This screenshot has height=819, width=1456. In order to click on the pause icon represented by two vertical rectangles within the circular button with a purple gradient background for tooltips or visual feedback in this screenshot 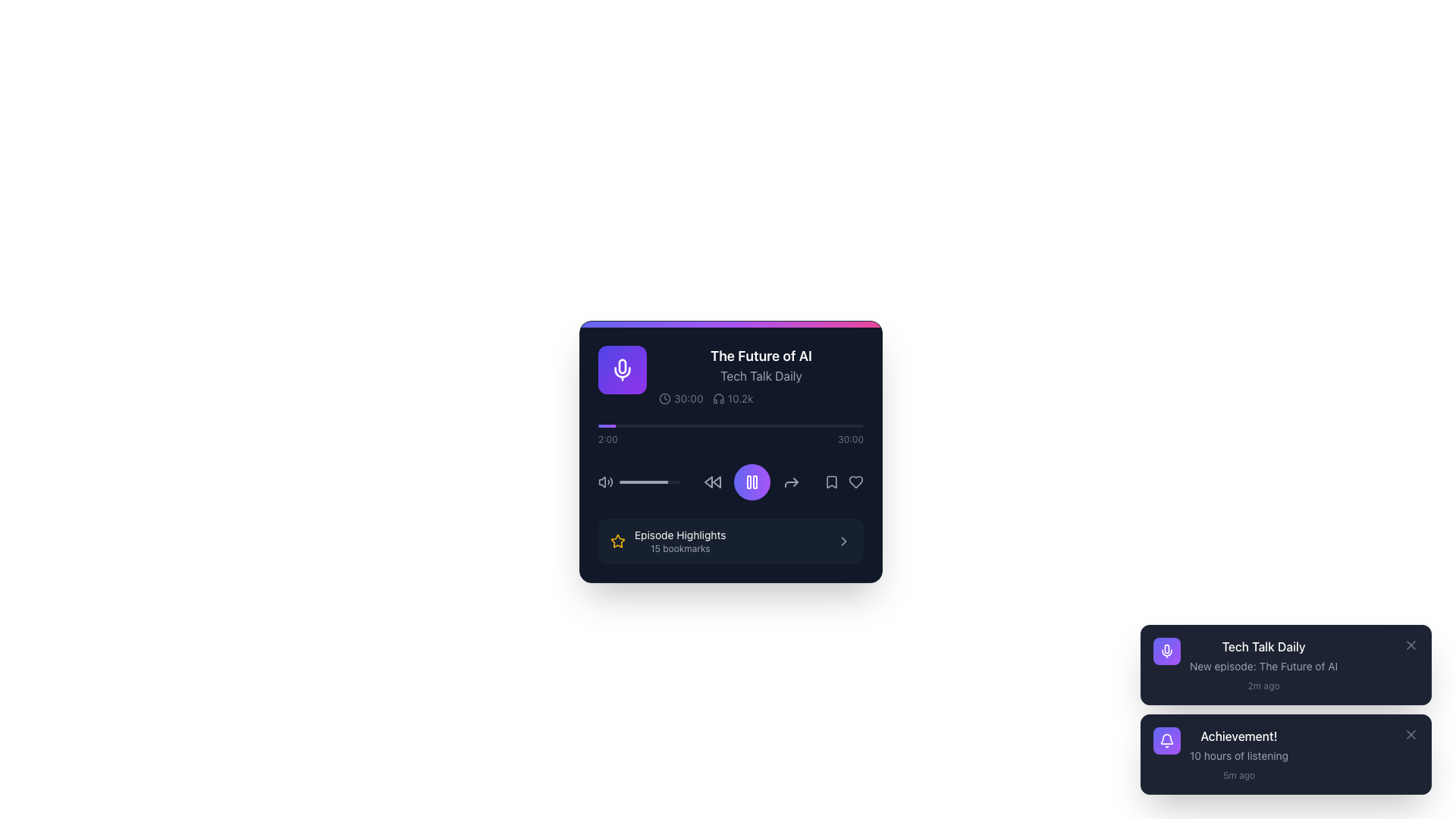, I will do `click(752, 482)`.